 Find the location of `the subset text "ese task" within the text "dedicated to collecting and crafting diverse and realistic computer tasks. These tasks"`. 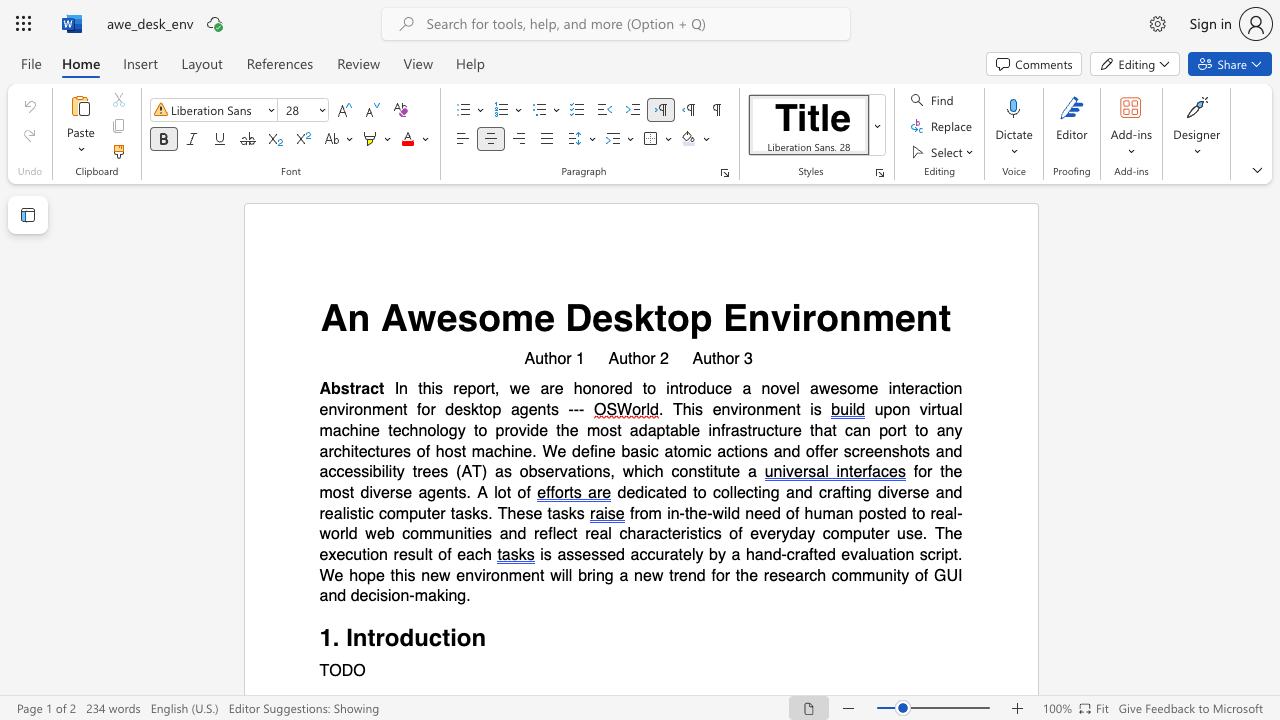

the subset text "ese task" within the text "dedicated to collecting and crafting diverse and realistic computer tasks. These tasks" is located at coordinates (516, 512).